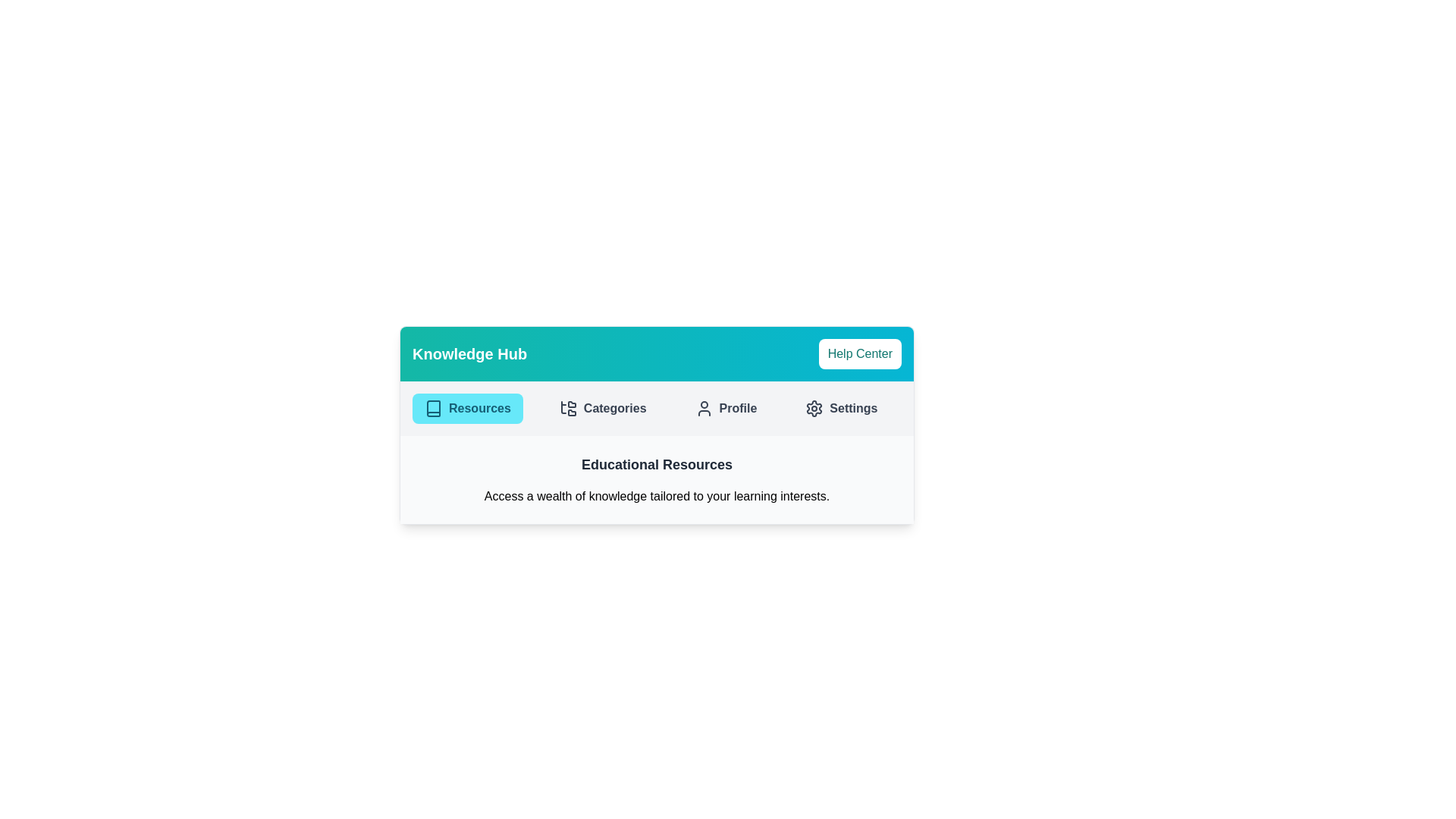 The width and height of the screenshot is (1456, 819). Describe the element at coordinates (602, 408) in the screenshot. I see `the 'Categories' button in the navigation bar` at that location.